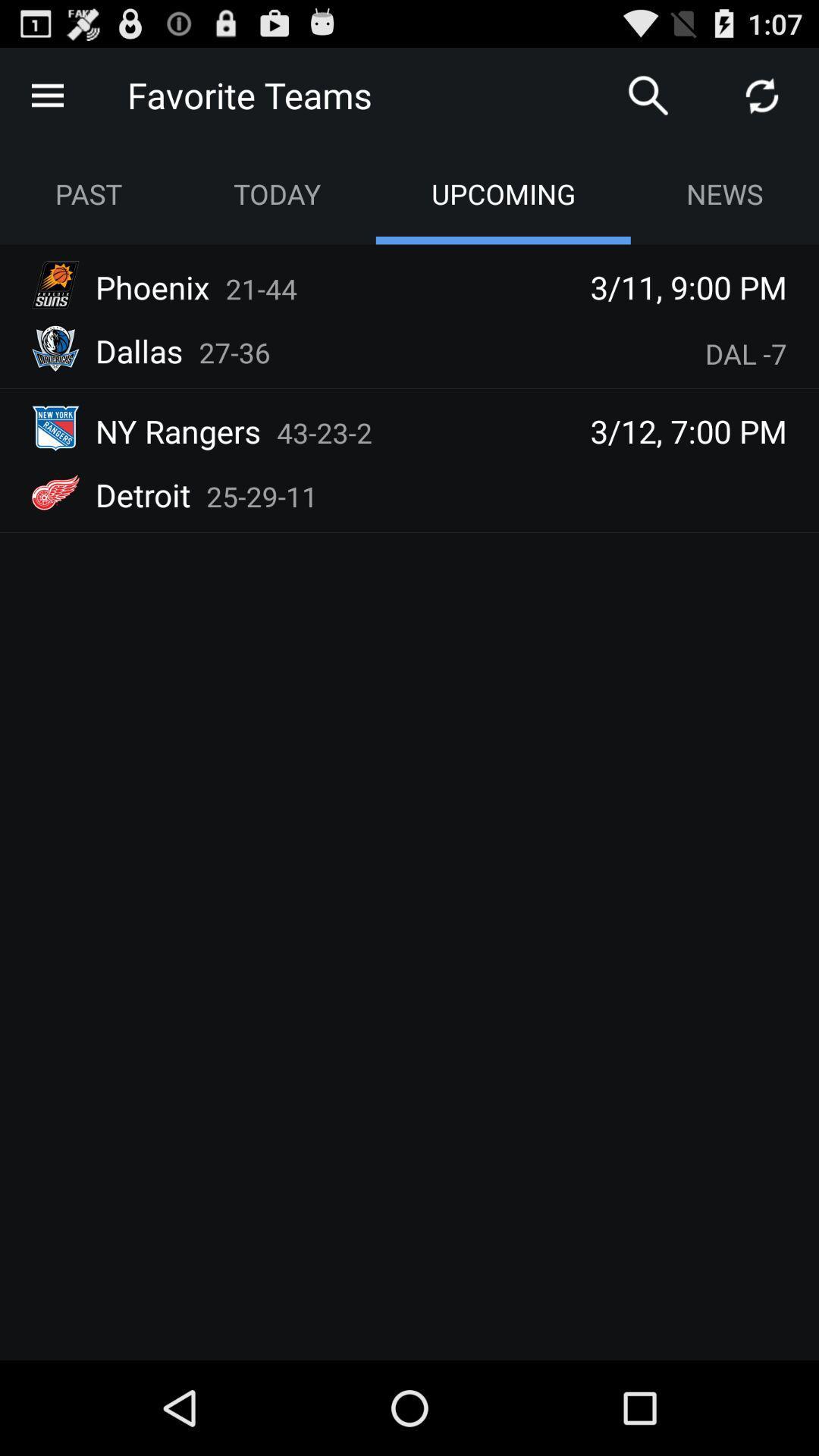  I want to click on icon to the right of the upcoming, so click(723, 193).